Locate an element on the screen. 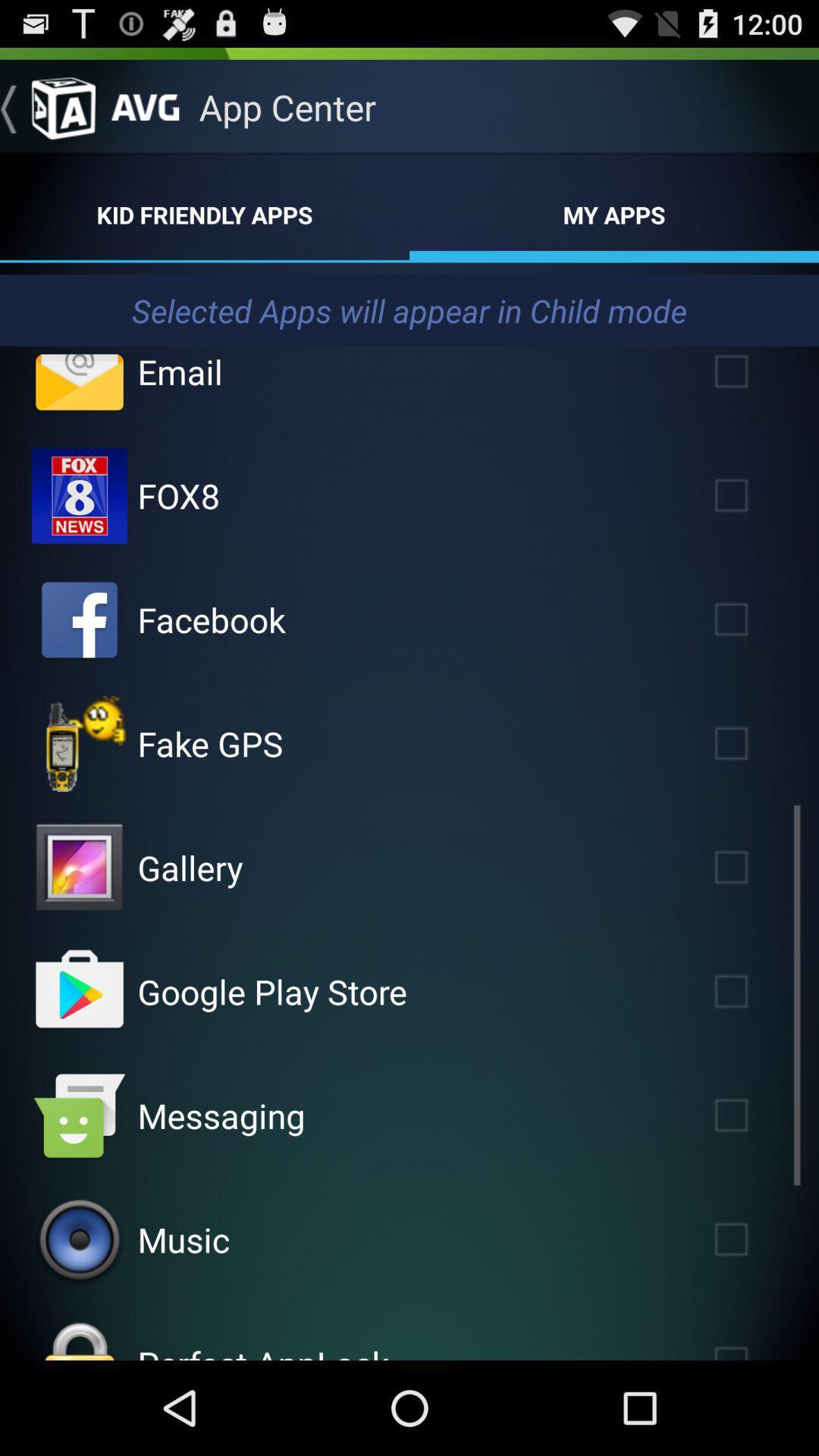  selection is located at coordinates (753, 620).